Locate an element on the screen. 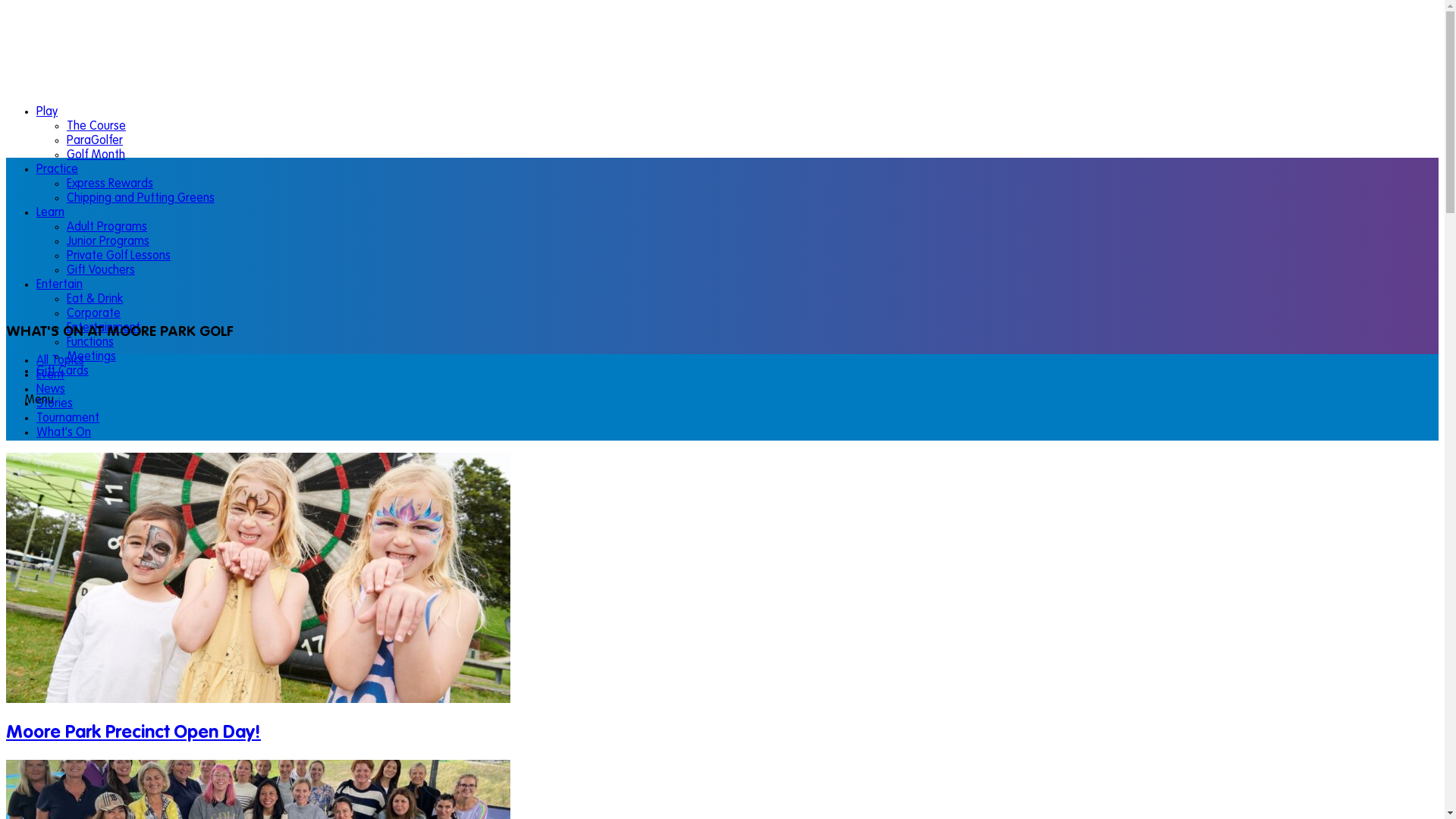 This screenshot has height=819, width=1456. 'All Topics' is located at coordinates (60, 360).